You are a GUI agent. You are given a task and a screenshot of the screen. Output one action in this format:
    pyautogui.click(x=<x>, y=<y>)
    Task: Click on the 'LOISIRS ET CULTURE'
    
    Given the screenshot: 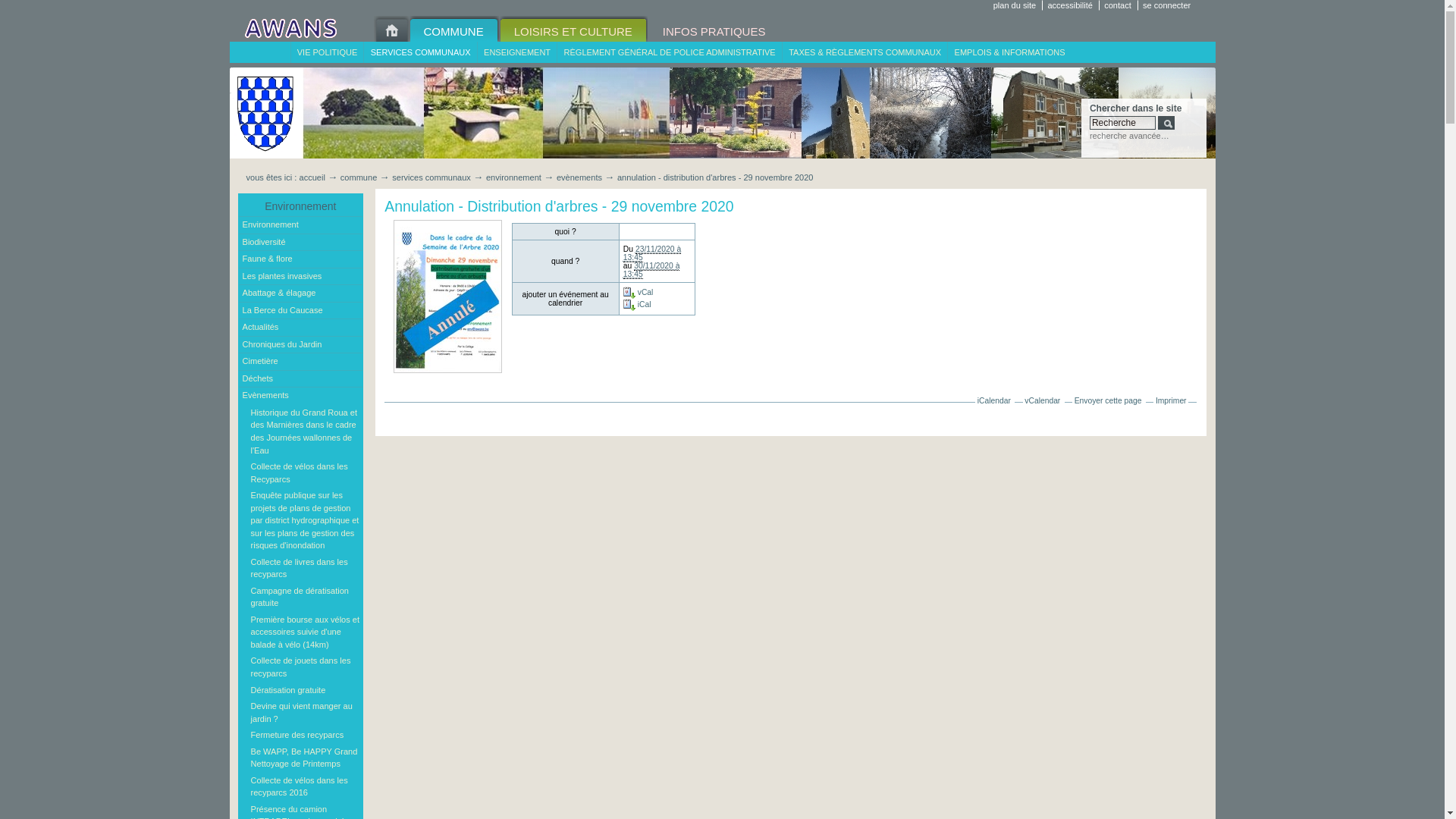 What is the action you would take?
    pyautogui.click(x=498, y=29)
    